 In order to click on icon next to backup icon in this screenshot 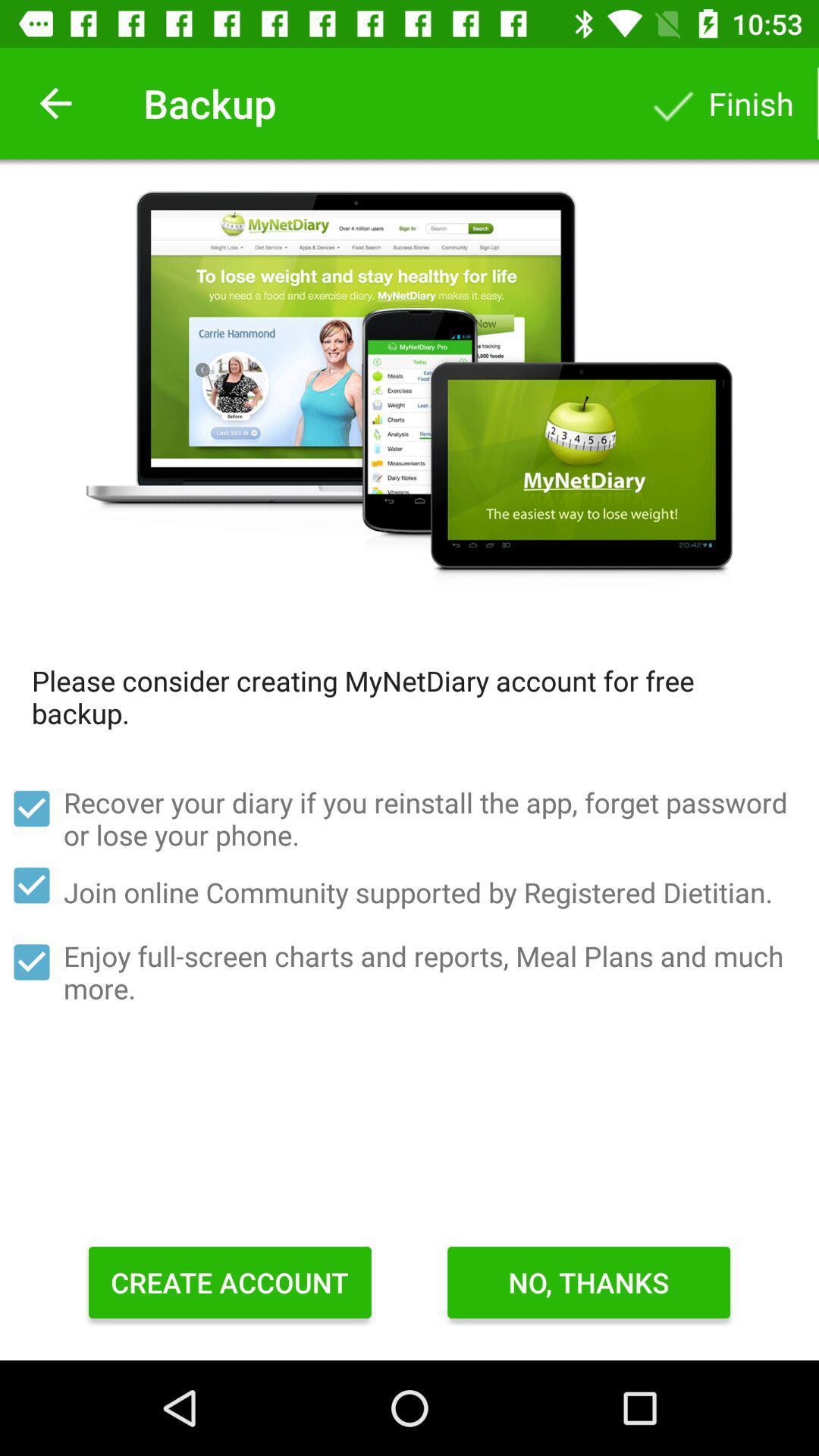, I will do `click(55, 102)`.